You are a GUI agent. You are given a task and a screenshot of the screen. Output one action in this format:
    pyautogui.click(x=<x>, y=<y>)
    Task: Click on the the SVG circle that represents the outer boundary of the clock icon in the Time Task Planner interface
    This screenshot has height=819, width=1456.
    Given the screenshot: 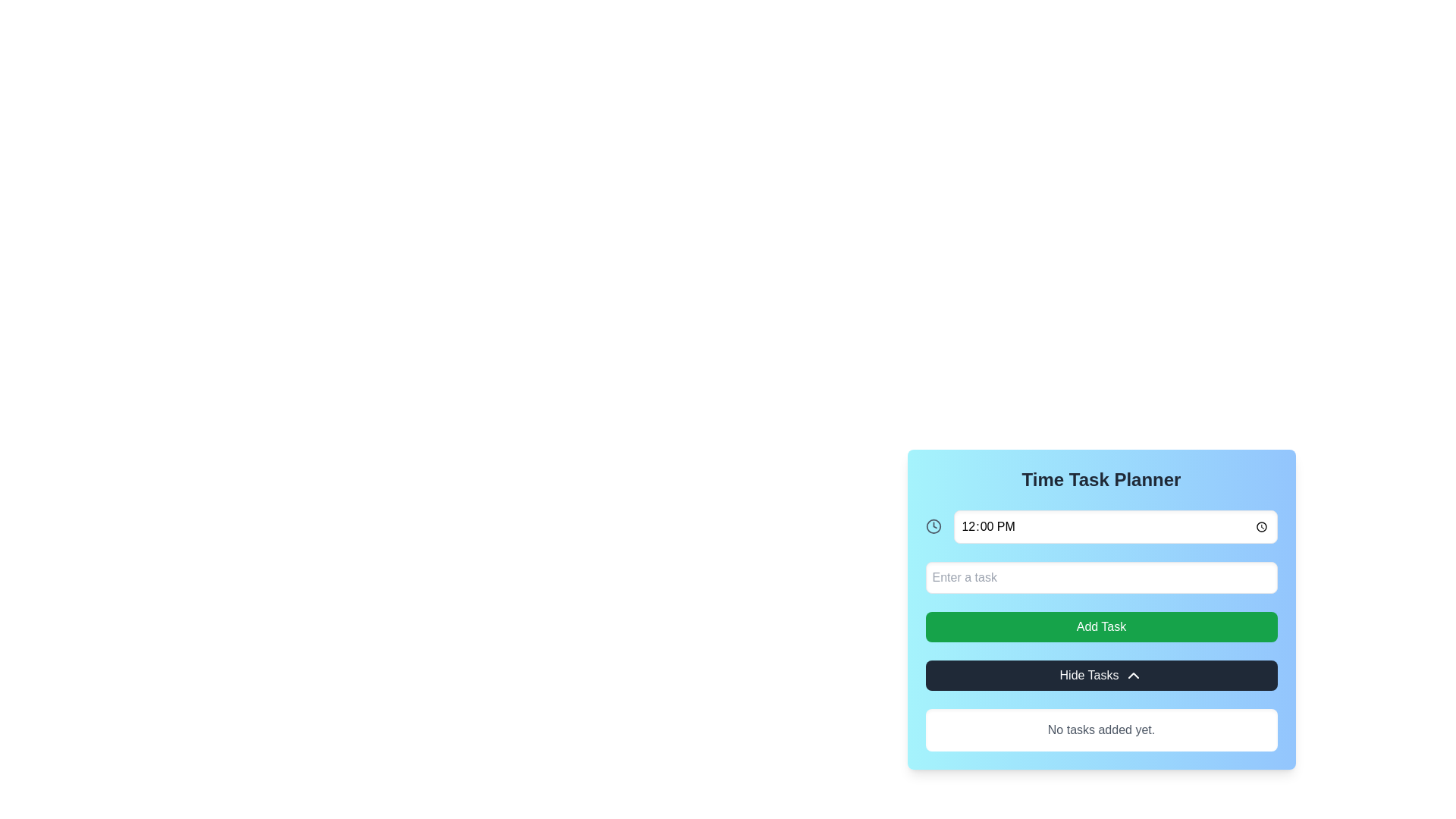 What is the action you would take?
    pyautogui.click(x=933, y=526)
    